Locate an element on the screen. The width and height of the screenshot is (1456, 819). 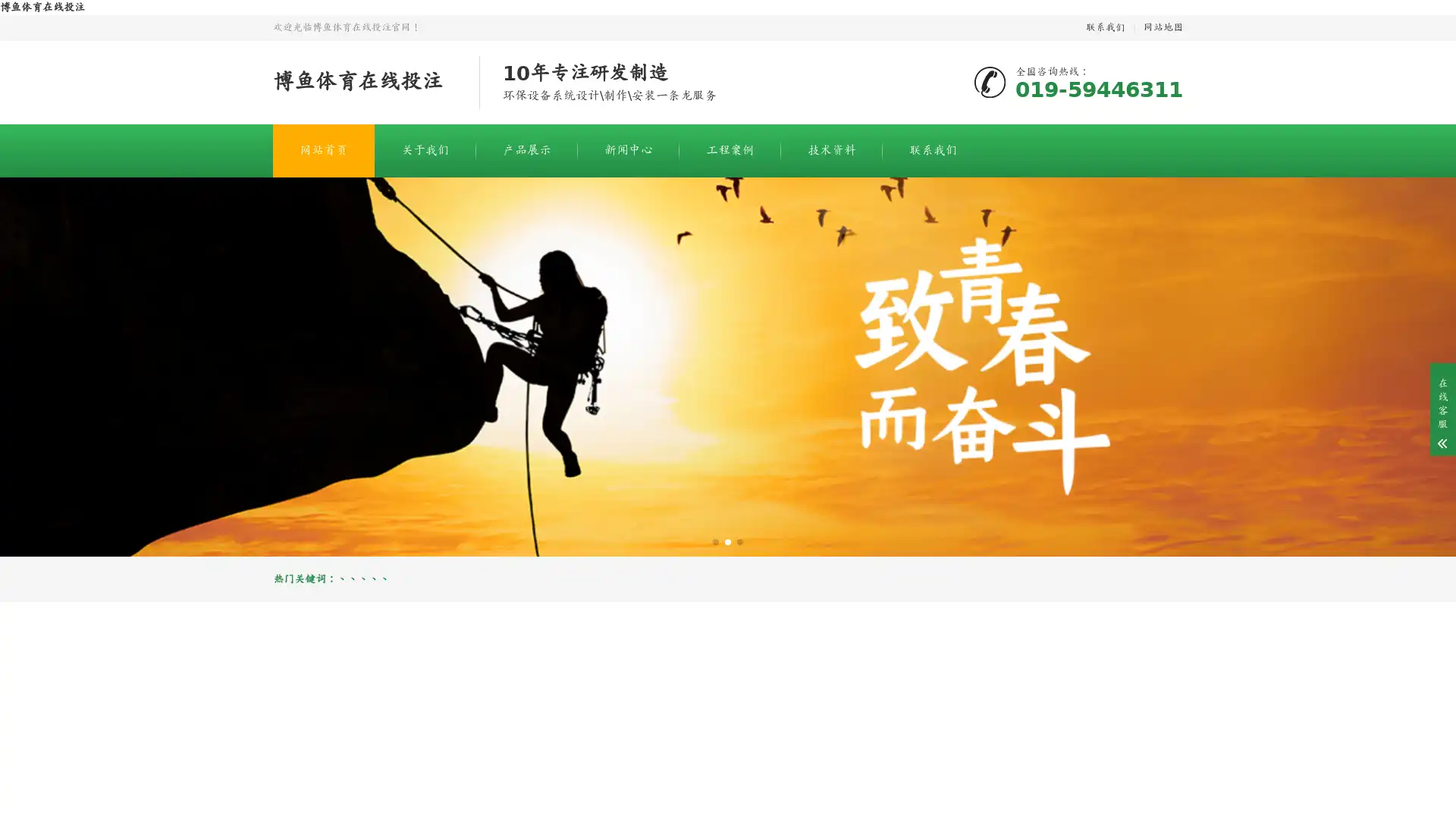
Go to slide 2 is located at coordinates (728, 541).